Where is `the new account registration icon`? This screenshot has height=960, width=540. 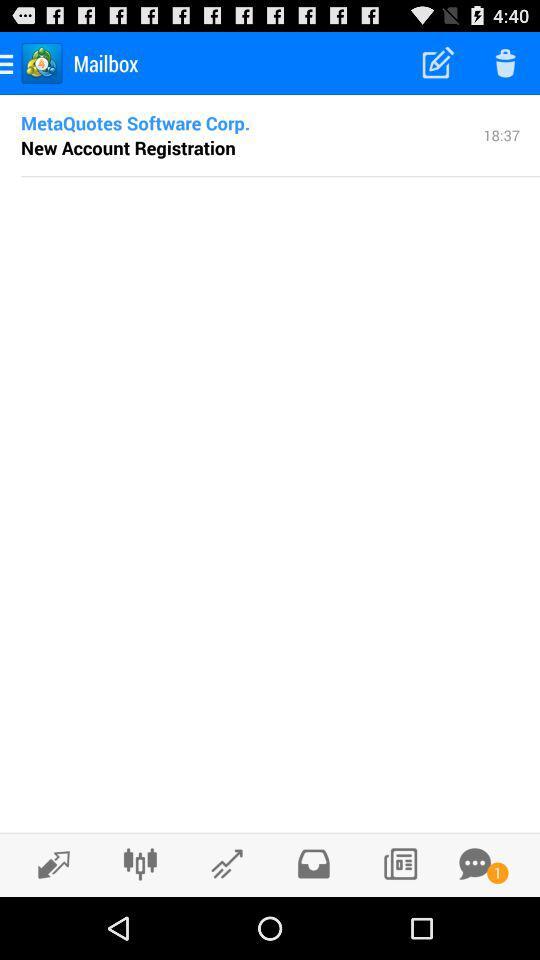
the new account registration icon is located at coordinates (128, 146).